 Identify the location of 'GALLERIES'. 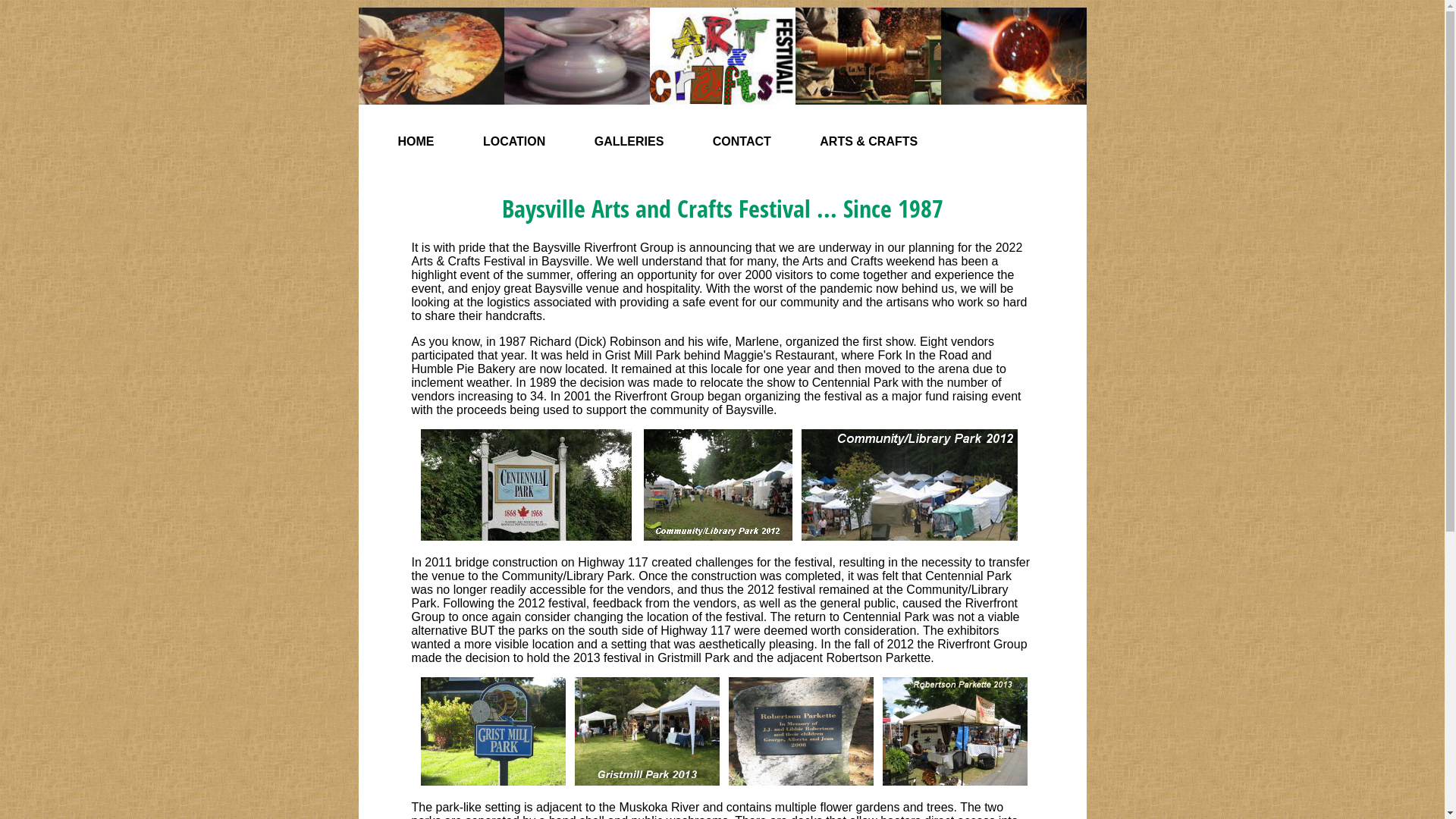
(629, 141).